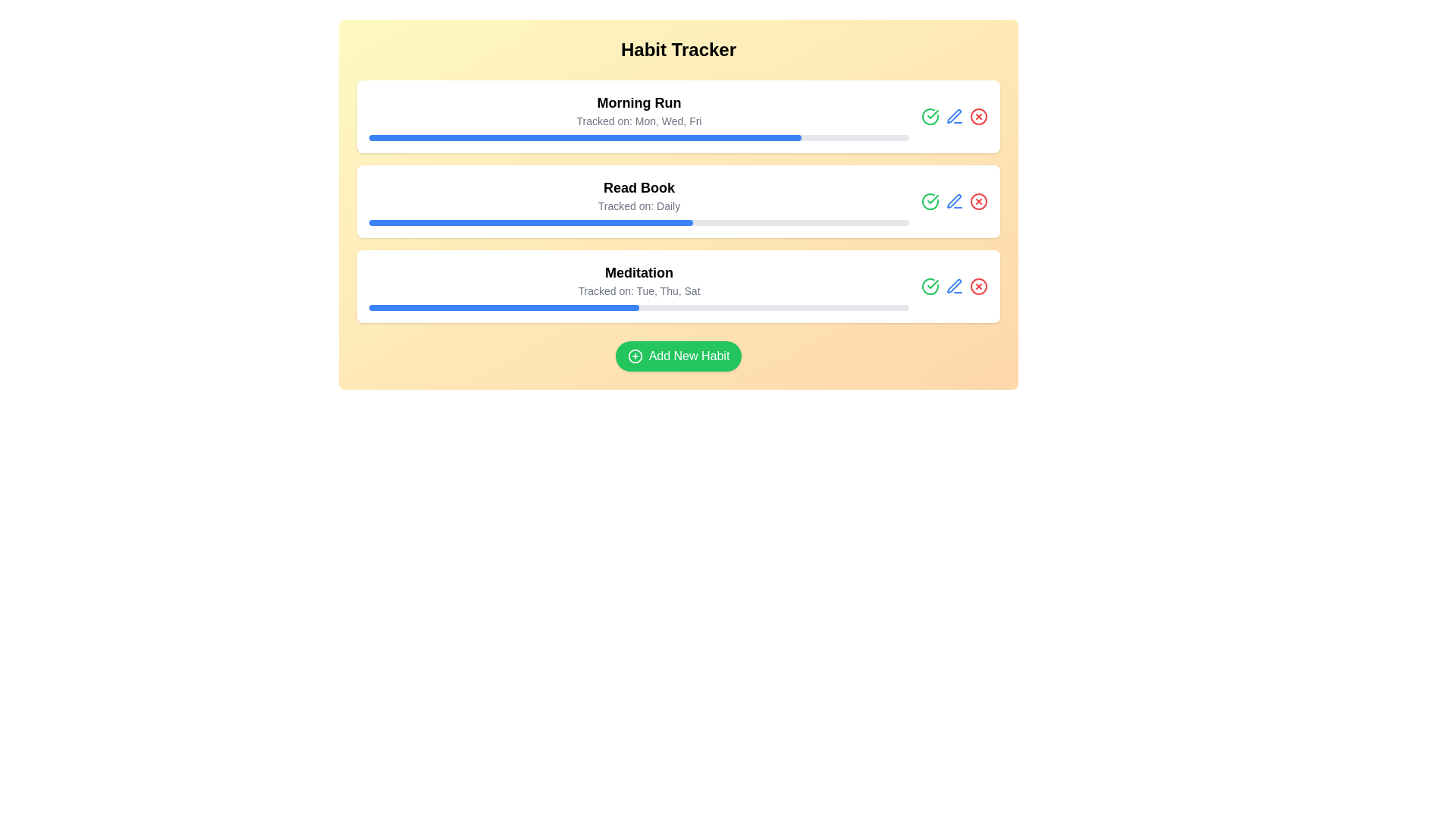 The height and width of the screenshot is (819, 1456). I want to click on the green circular checkmark icon located to the right of the 'Morning Run' progress bar to observe its hover effect, so click(930, 201).